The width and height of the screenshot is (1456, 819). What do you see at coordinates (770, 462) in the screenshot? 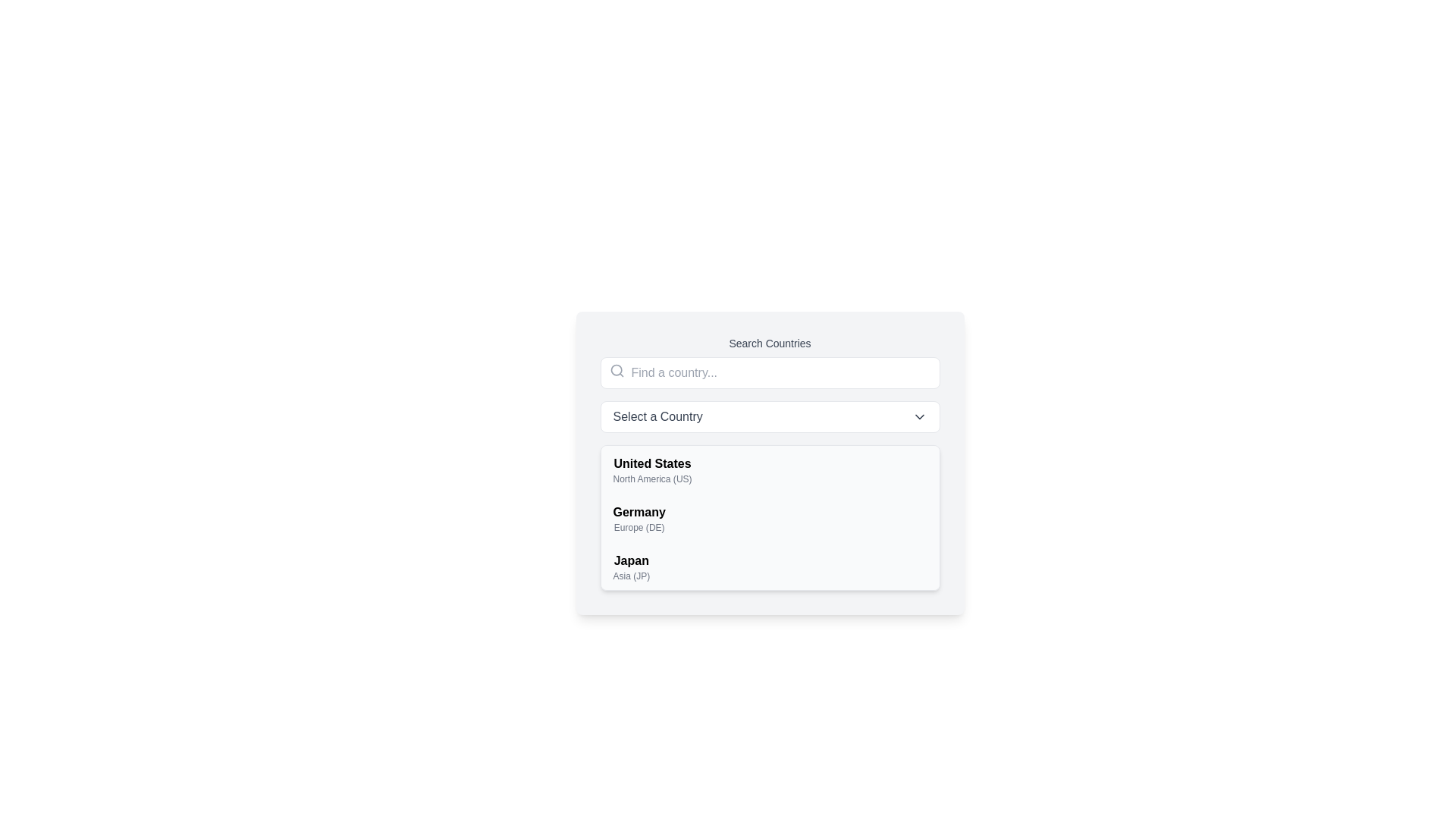
I see `a country entry in the dropdown menu labeled 'Search Countries'` at bounding box center [770, 462].